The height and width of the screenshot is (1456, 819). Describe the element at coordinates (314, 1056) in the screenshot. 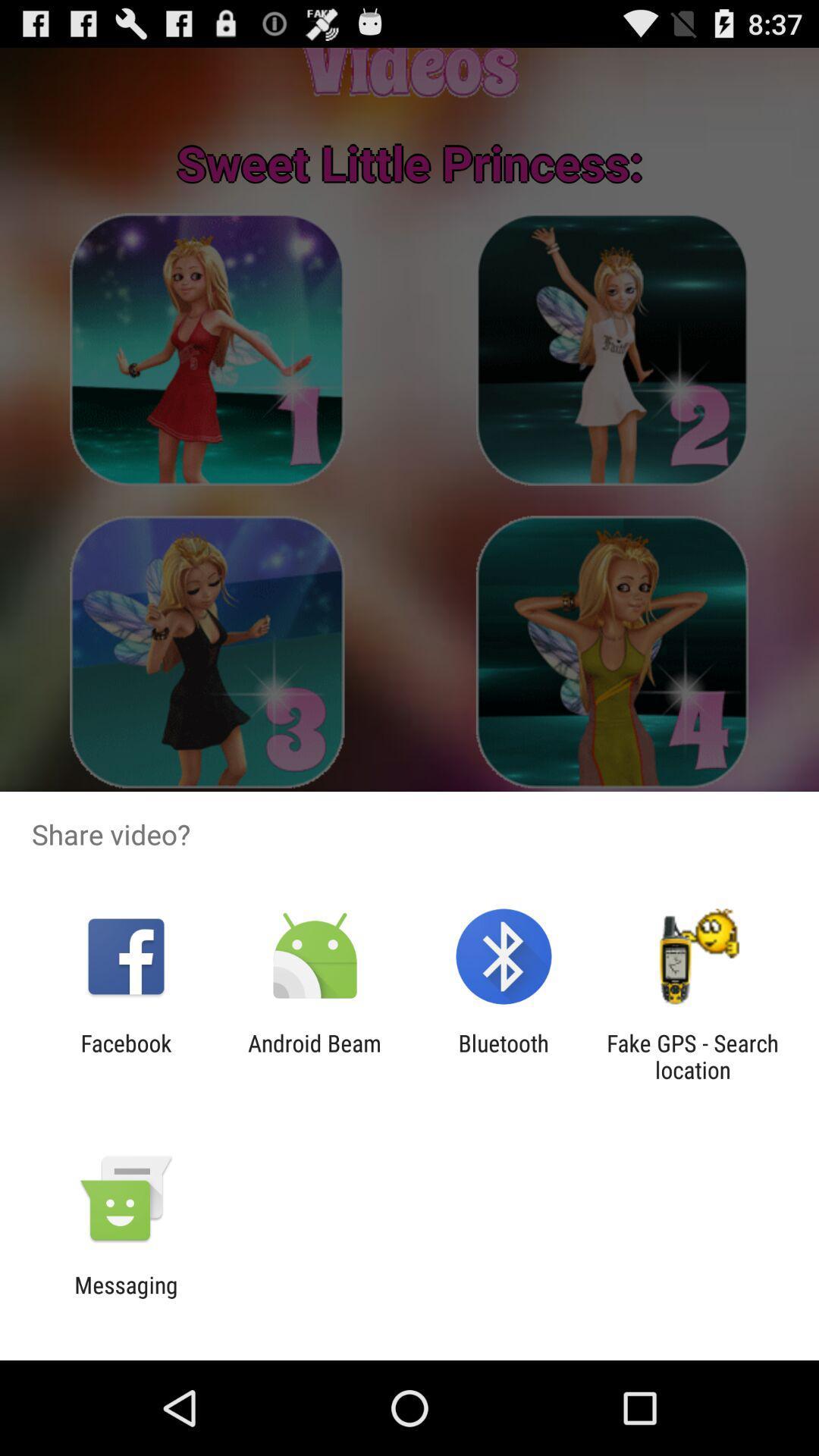

I see `android beam app` at that location.